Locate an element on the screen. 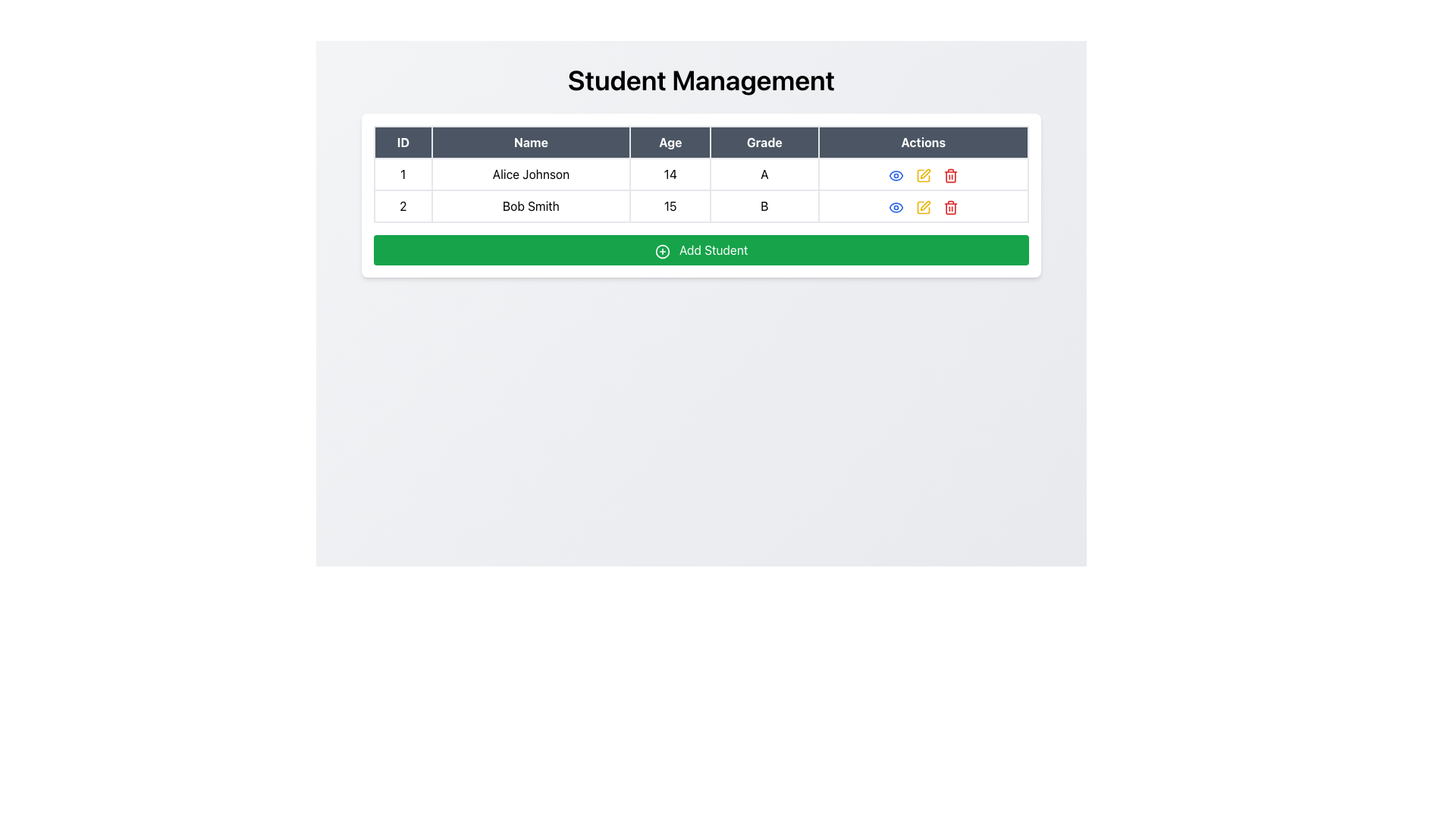 The image size is (1456, 819). the yellow pencil icon button for editing in the 'Actions' column of the first row of the table is located at coordinates (922, 174).